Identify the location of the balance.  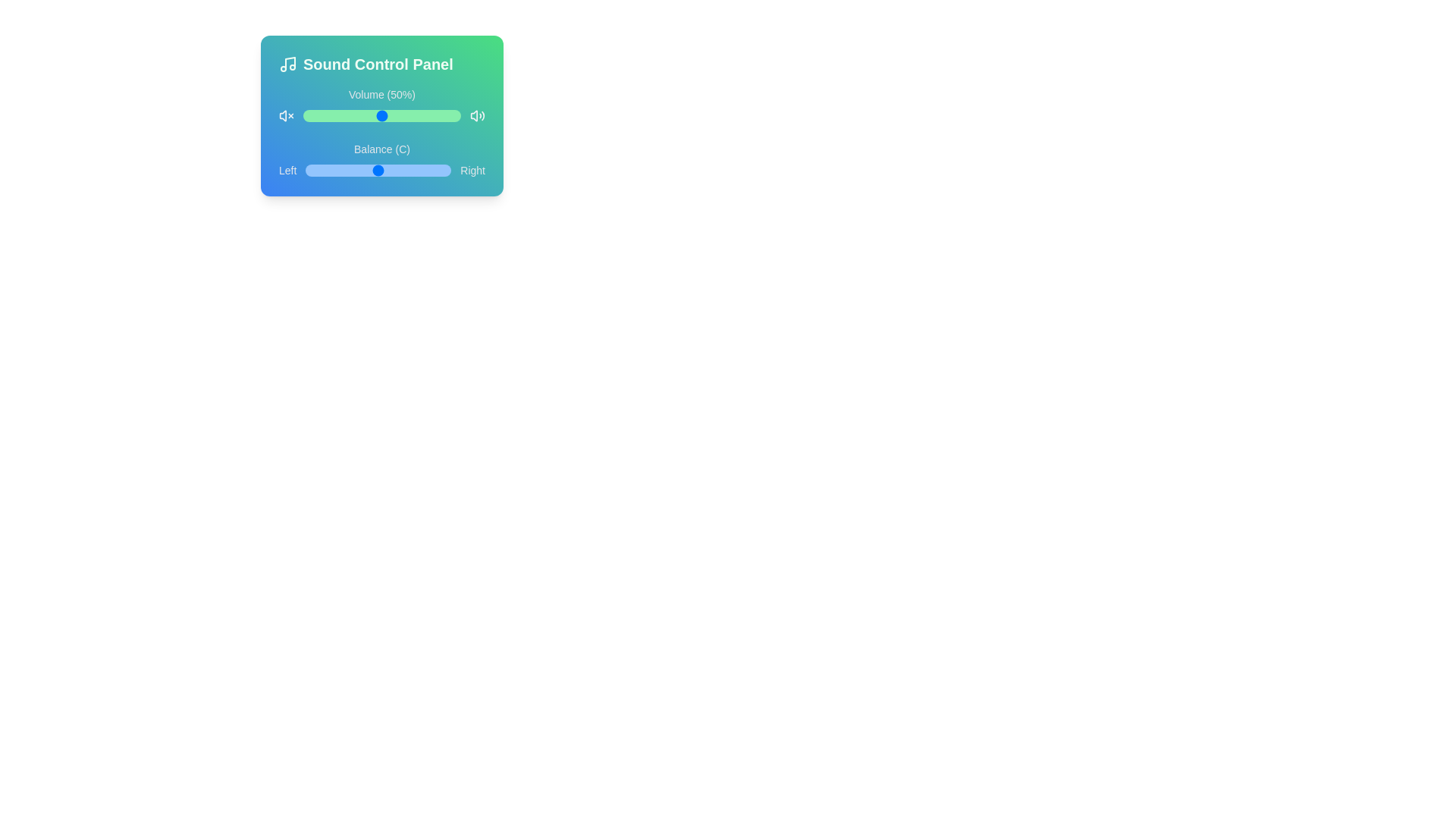
(443, 170).